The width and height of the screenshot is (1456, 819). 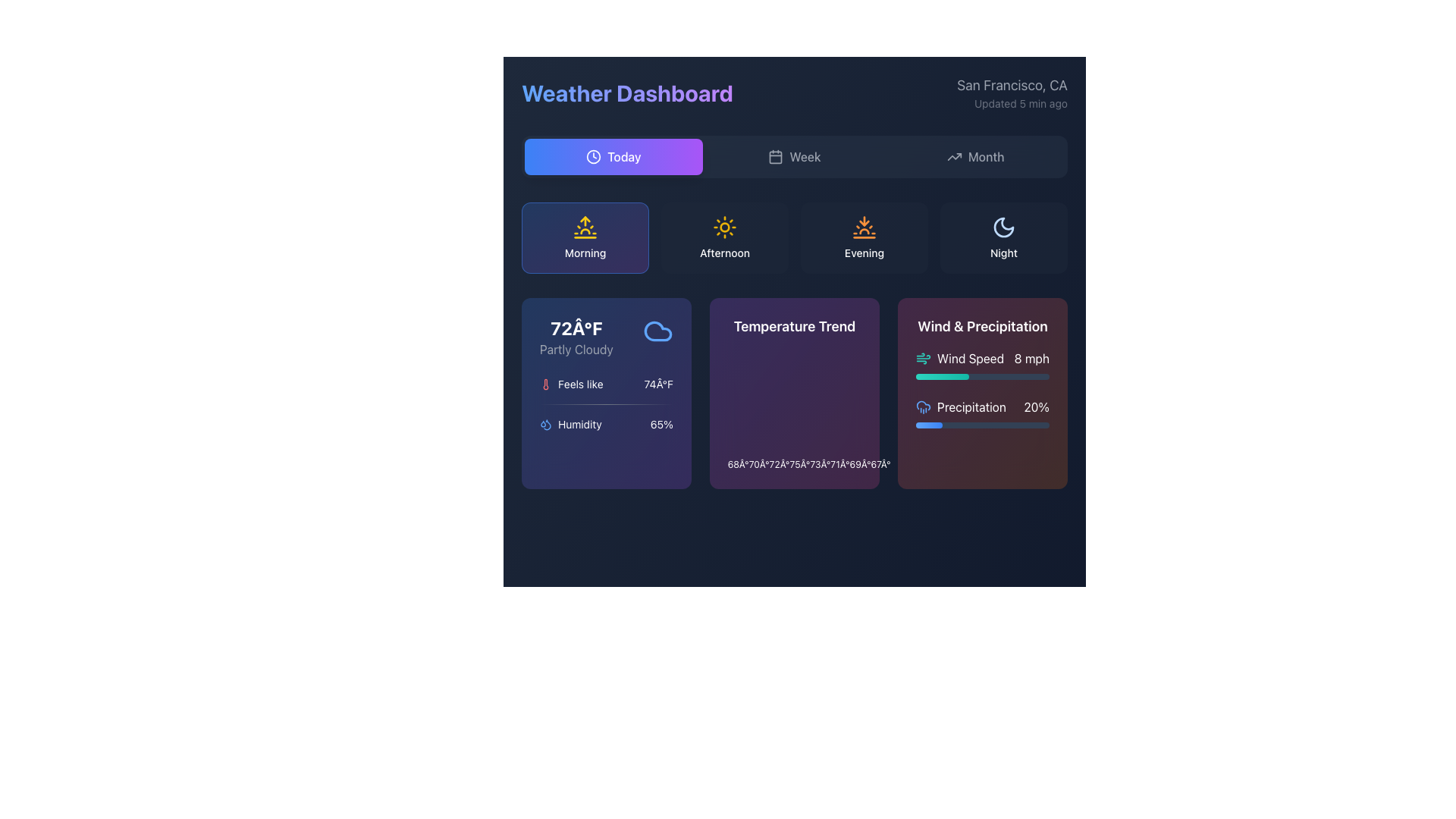 I want to click on the 'Week' button, which is the second button in a horizontal sequence of three buttons located near the top center of the interface, to trigger a hover effect, so click(x=793, y=157).